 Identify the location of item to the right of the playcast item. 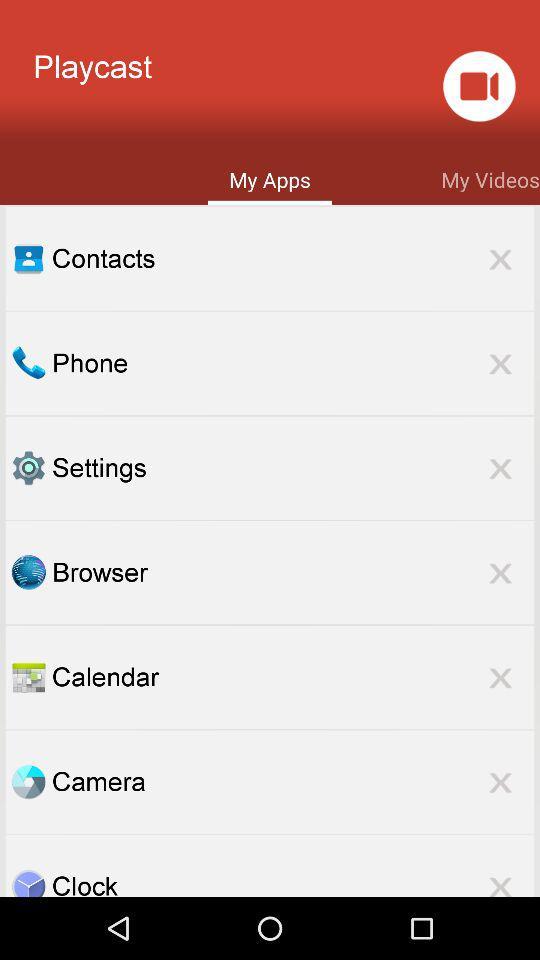
(478, 86).